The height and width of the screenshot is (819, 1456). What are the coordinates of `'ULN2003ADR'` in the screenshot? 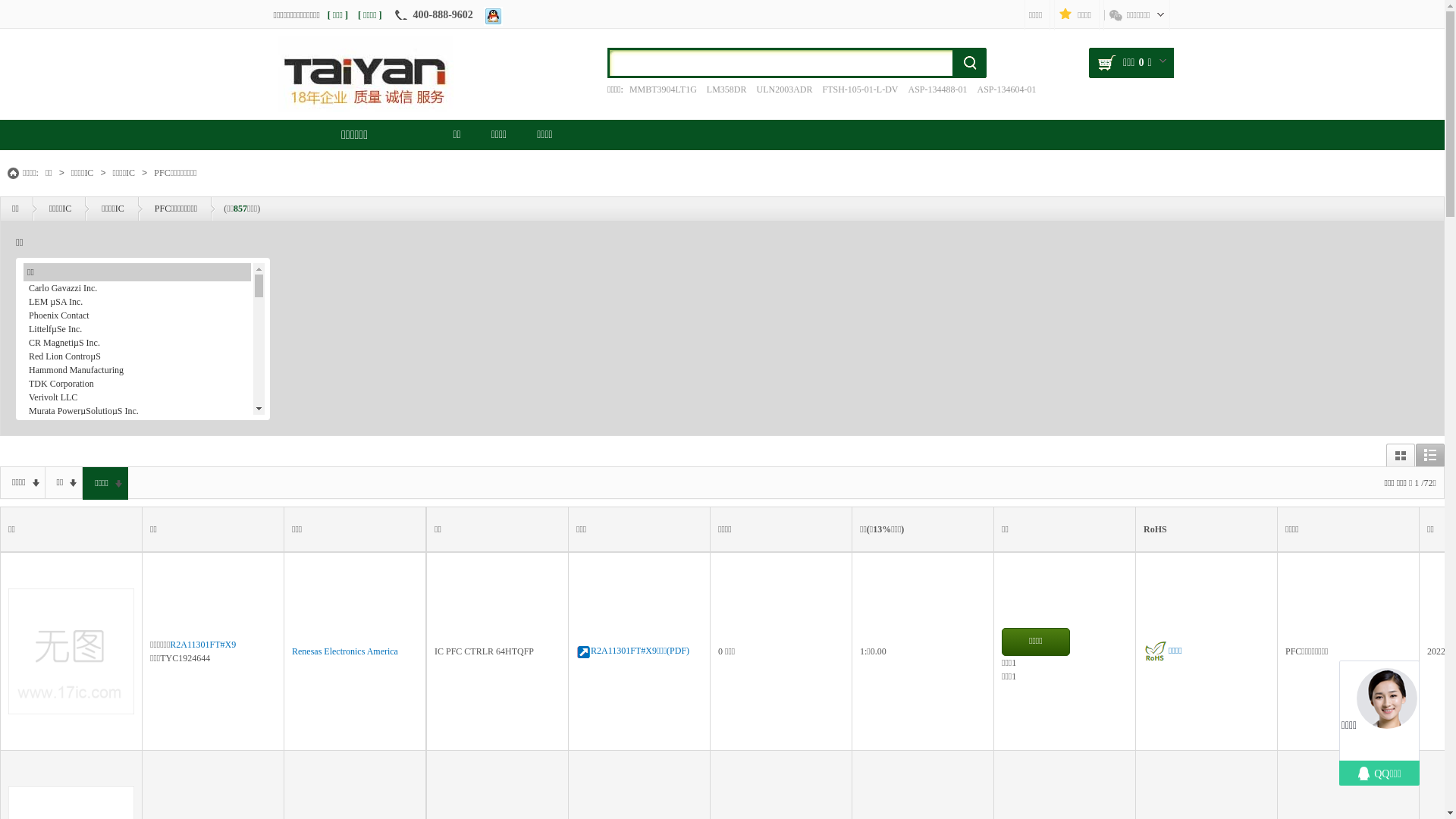 It's located at (783, 89).